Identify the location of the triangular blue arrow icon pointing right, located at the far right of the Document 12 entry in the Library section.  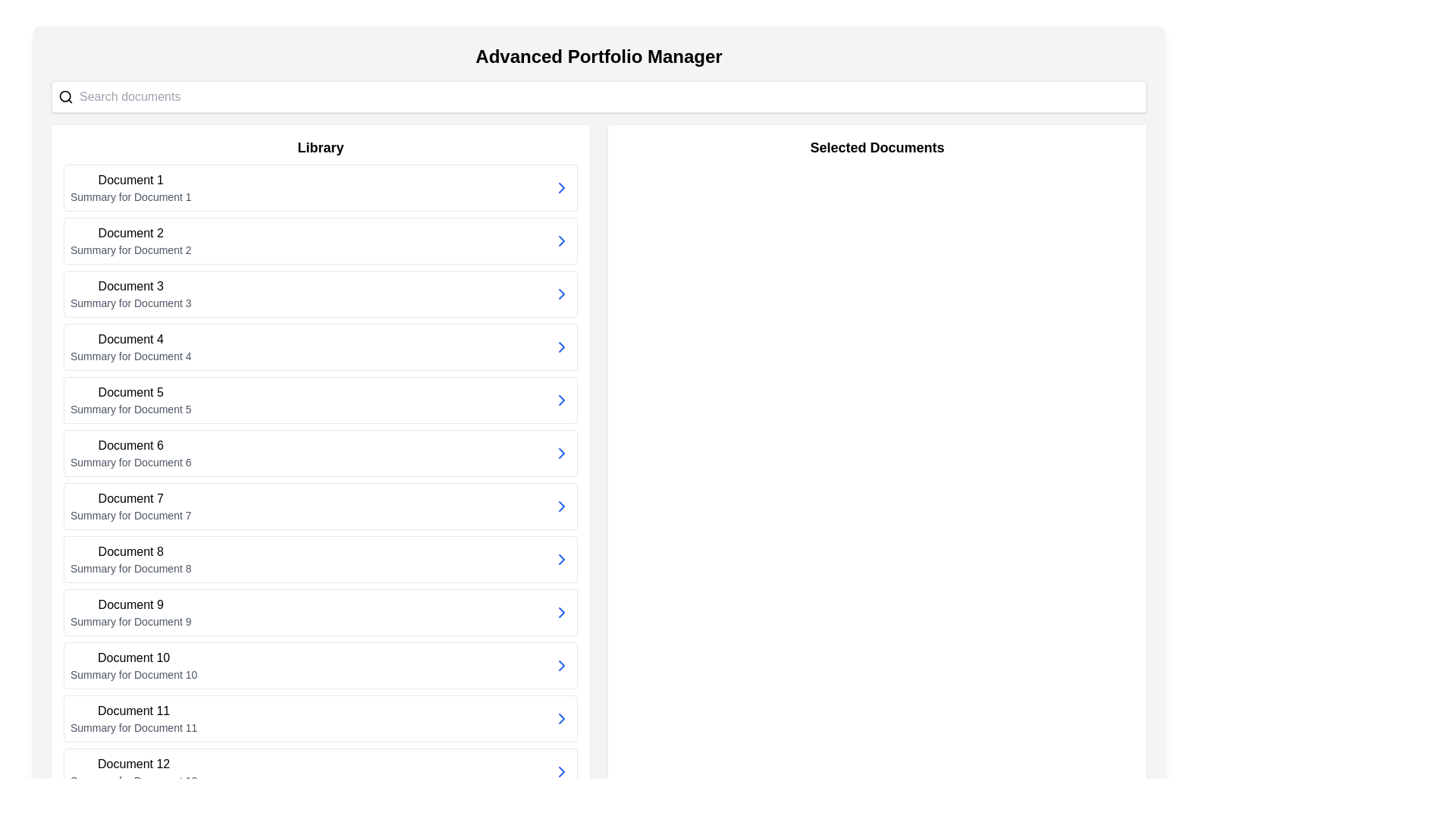
(560, 718).